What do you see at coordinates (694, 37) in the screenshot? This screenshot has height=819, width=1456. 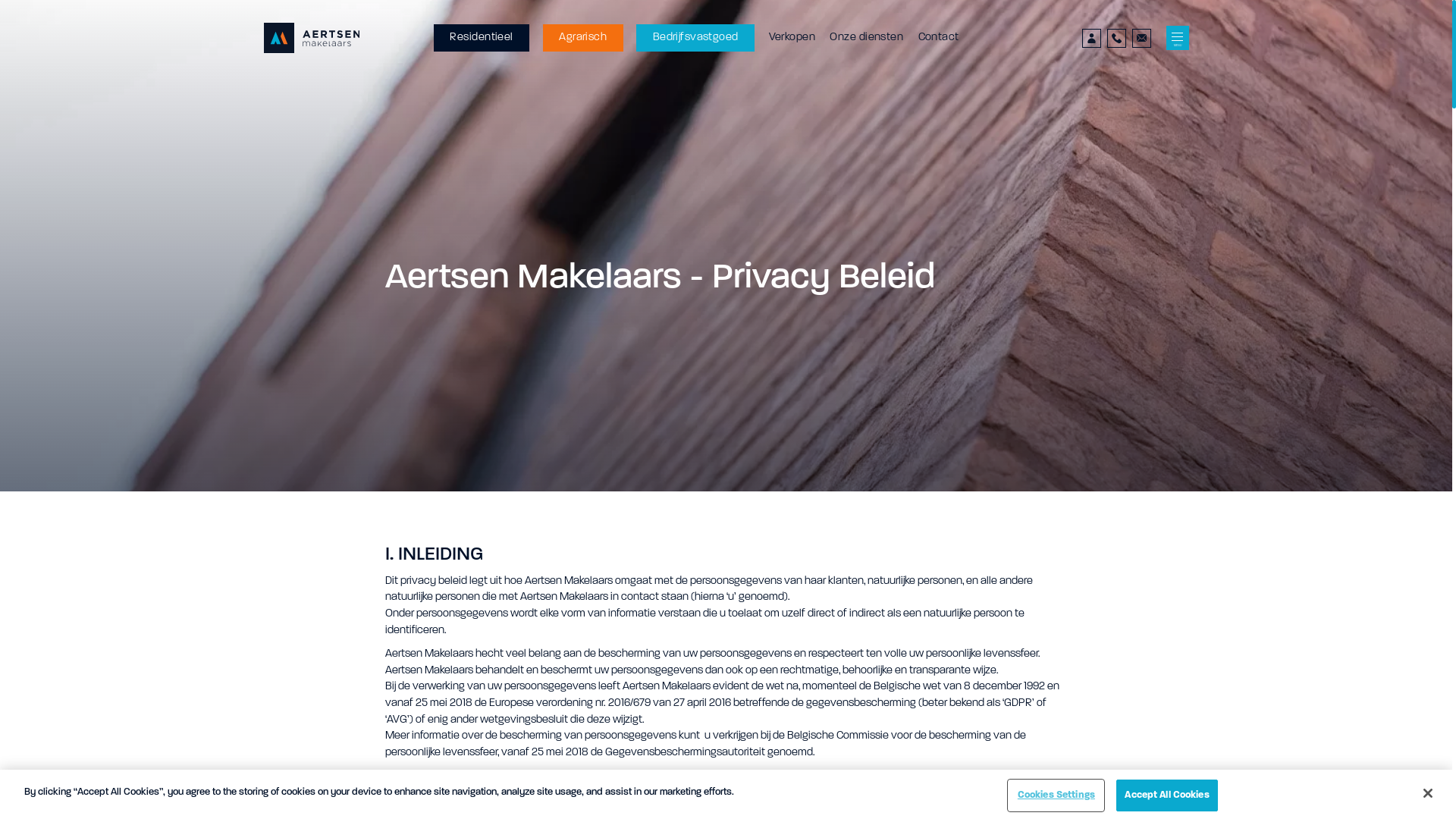 I see `'Bedrijfsvastgoed'` at bounding box center [694, 37].